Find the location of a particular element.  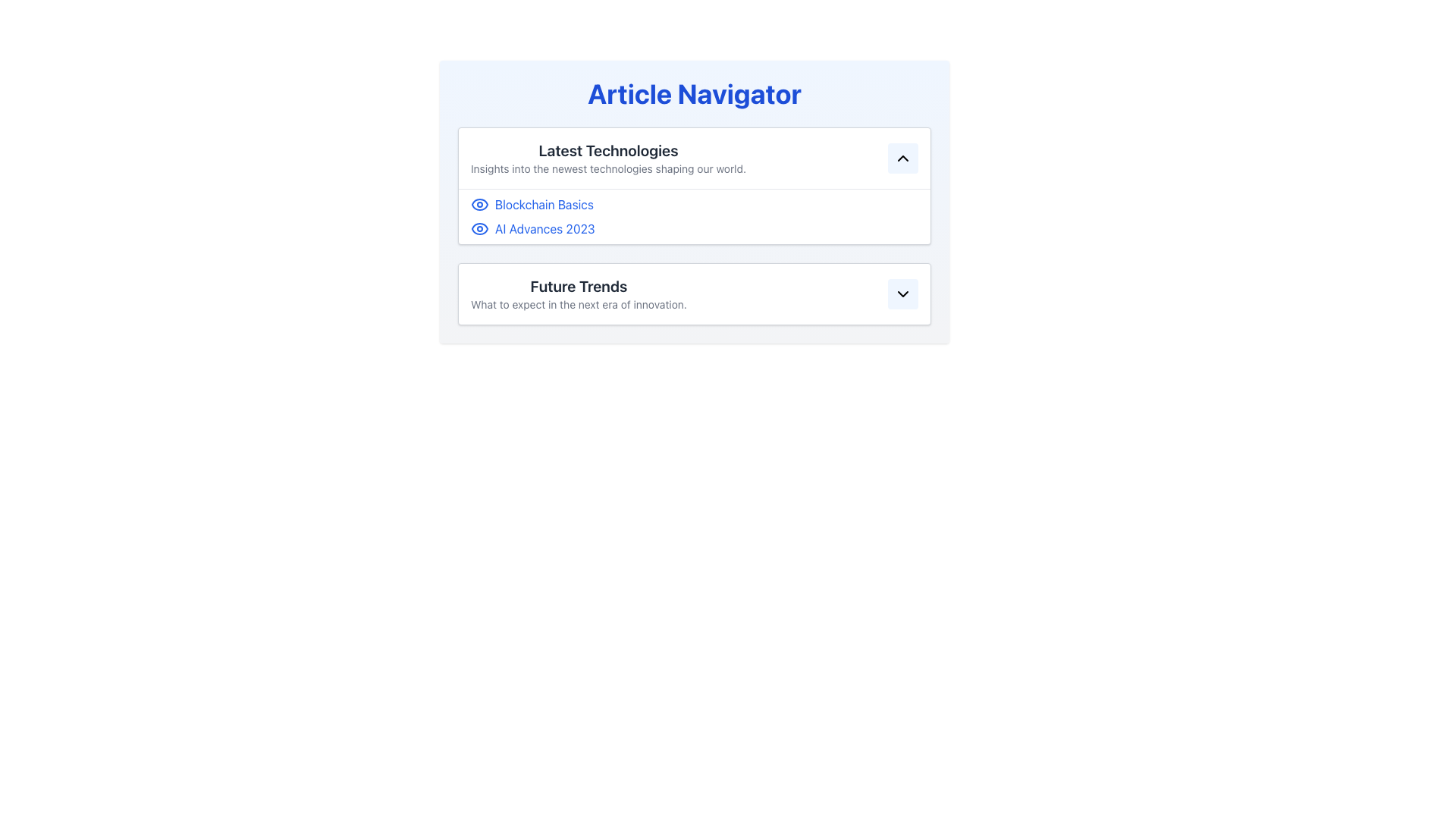

the small blue button with rounded corners and an upward-facing chevron icon located at the right end of the 'Latest Technologies' section header is located at coordinates (902, 158).